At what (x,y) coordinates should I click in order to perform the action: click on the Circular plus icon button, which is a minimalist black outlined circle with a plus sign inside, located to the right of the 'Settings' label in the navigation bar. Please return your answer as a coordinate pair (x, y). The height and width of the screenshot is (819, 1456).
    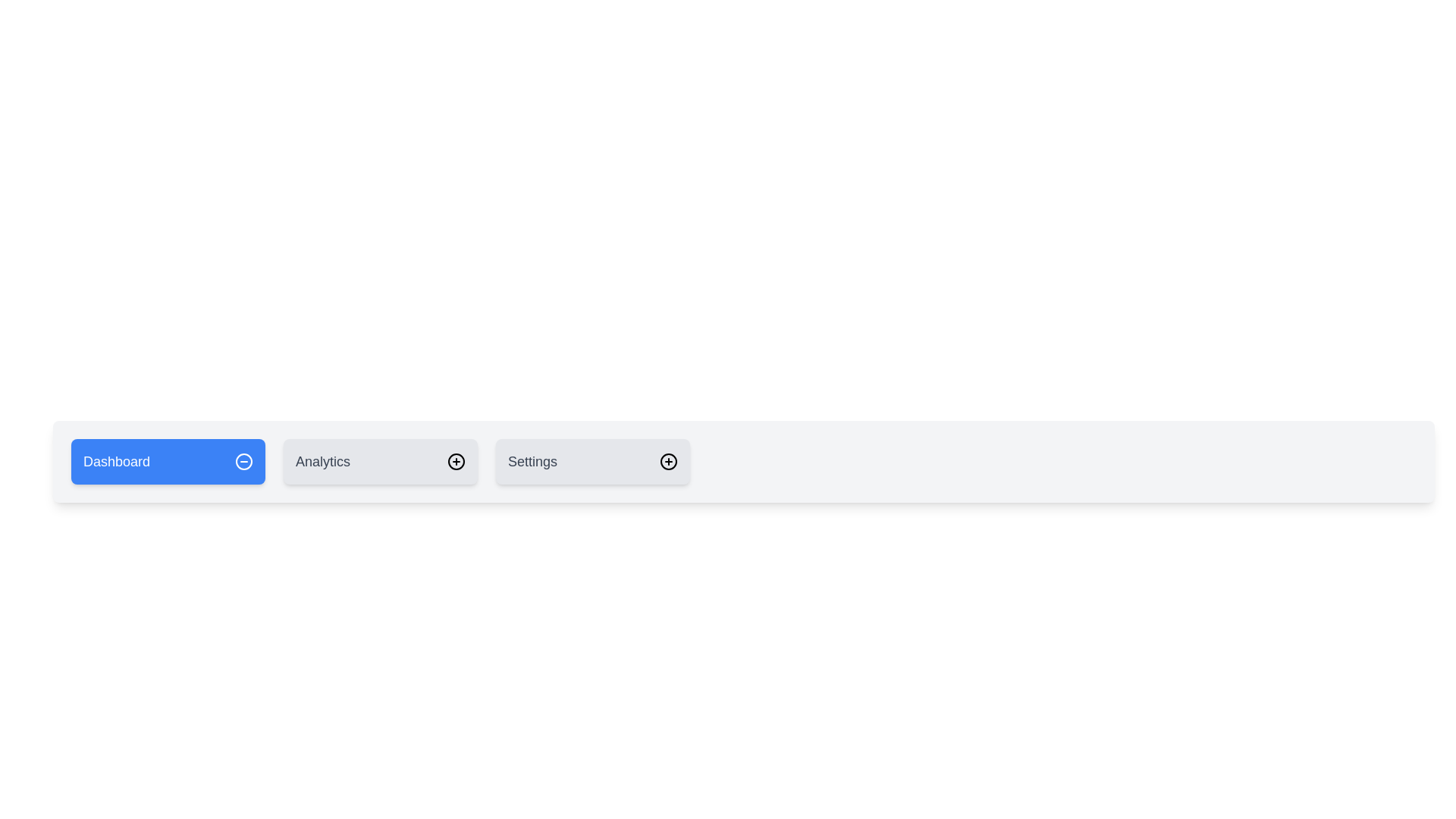
    Looking at the image, I should click on (668, 461).